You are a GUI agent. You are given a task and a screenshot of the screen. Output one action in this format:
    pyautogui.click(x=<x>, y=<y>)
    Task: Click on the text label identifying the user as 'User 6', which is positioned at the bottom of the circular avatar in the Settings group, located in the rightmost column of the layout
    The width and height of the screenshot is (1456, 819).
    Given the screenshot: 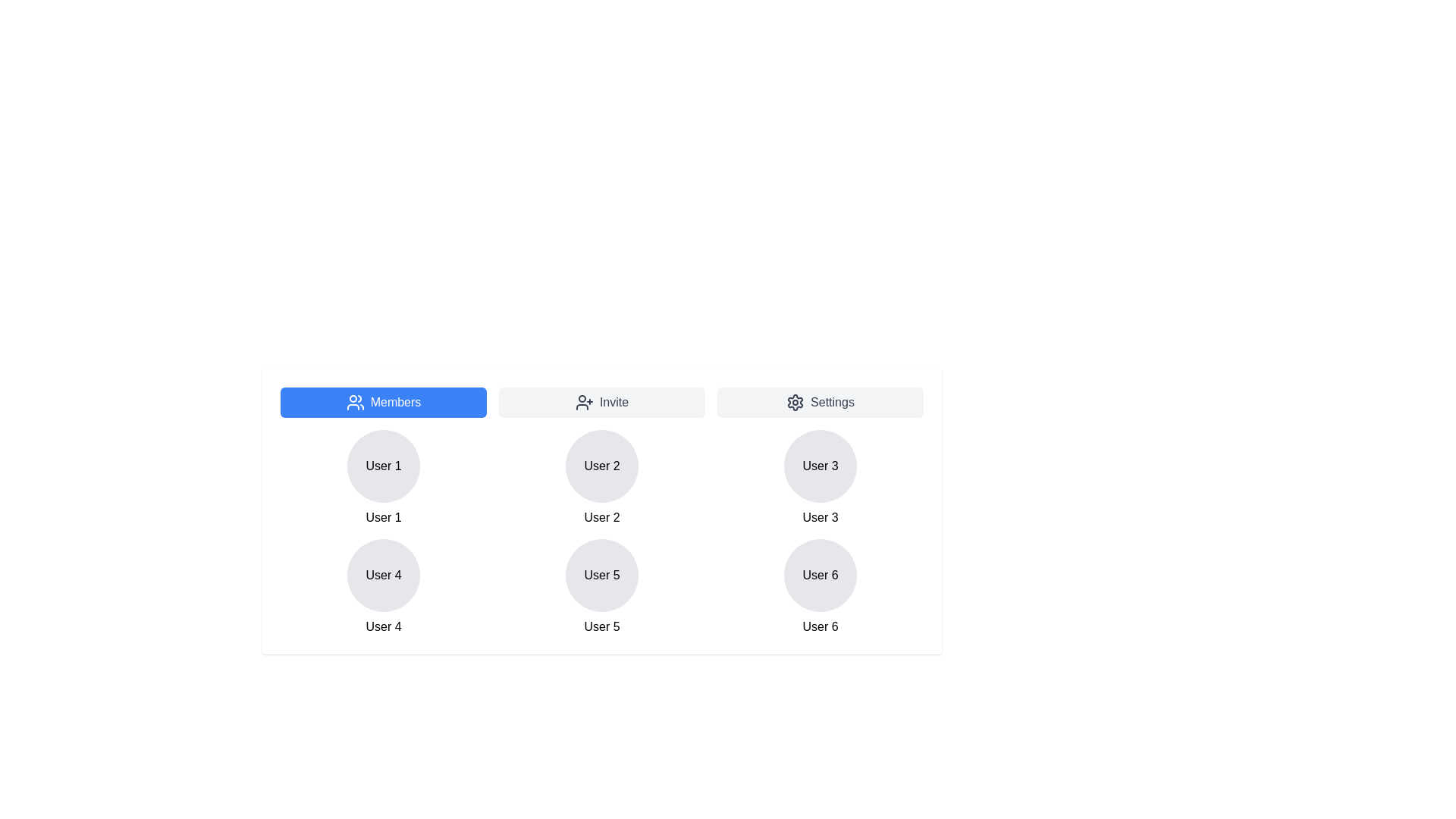 What is the action you would take?
    pyautogui.click(x=819, y=626)
    